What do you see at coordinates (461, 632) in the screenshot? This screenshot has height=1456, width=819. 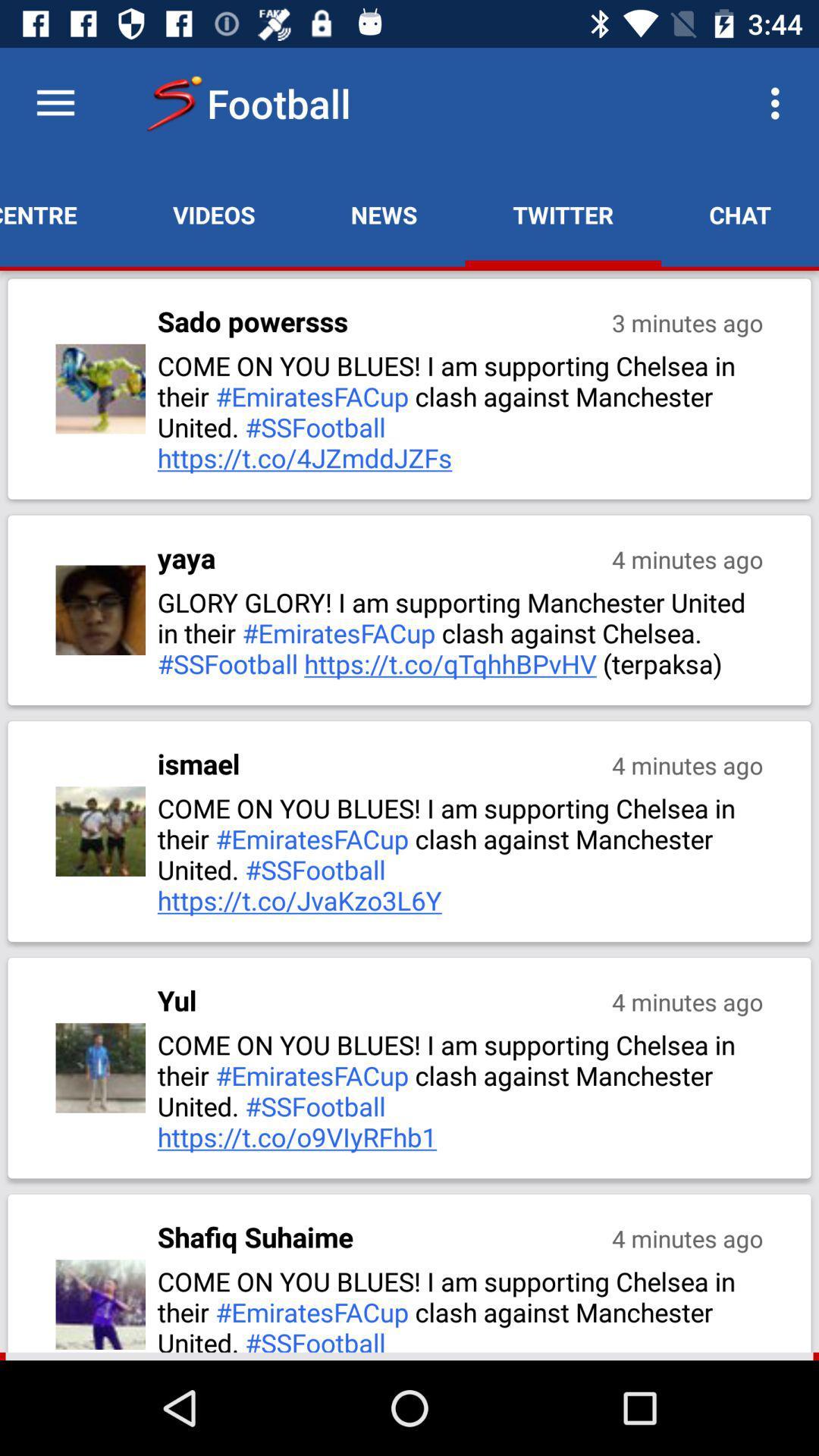 I see `icon above ismael` at bounding box center [461, 632].